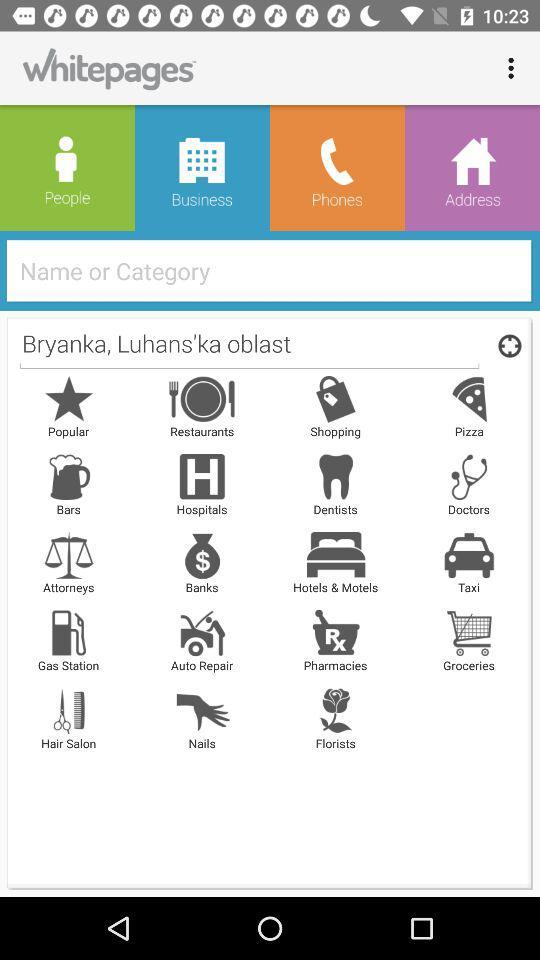 This screenshot has height=960, width=540. Describe the element at coordinates (505, 345) in the screenshot. I see `item above the pizza icon` at that location.